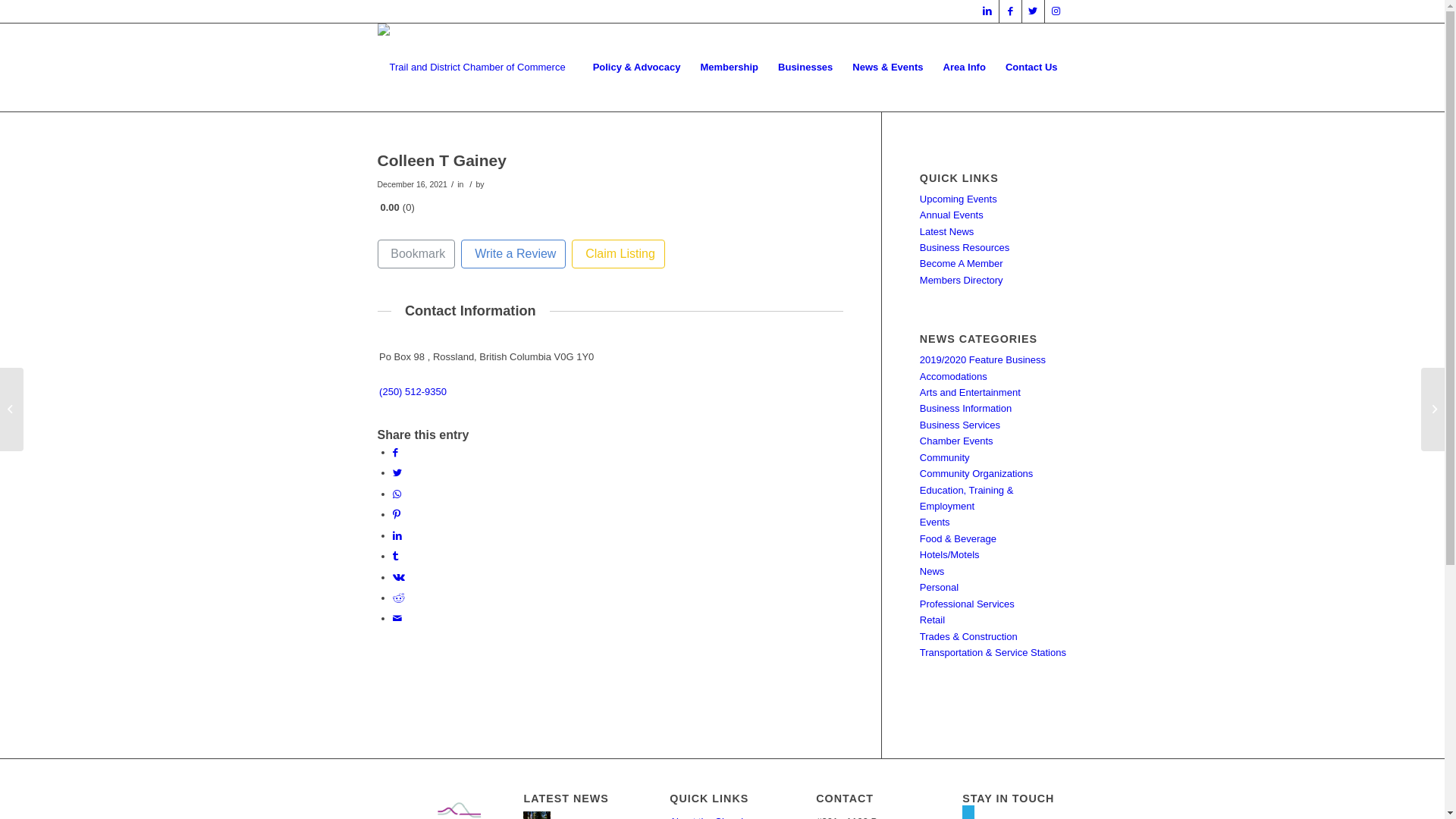 The image size is (1456, 819). I want to click on 'Professional Services', so click(966, 603).